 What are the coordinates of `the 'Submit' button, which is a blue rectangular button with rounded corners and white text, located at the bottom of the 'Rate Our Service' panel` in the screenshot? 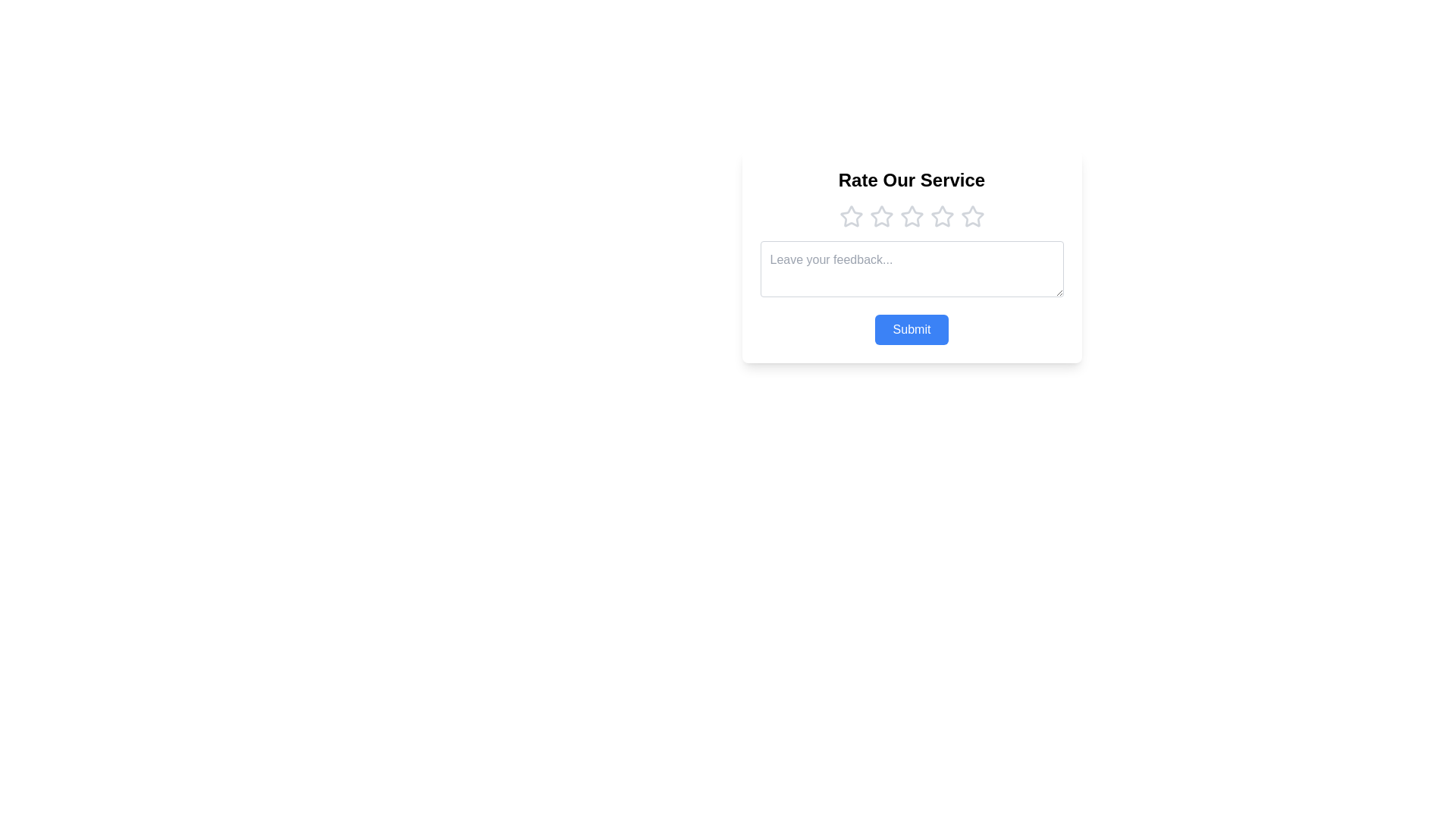 It's located at (911, 329).